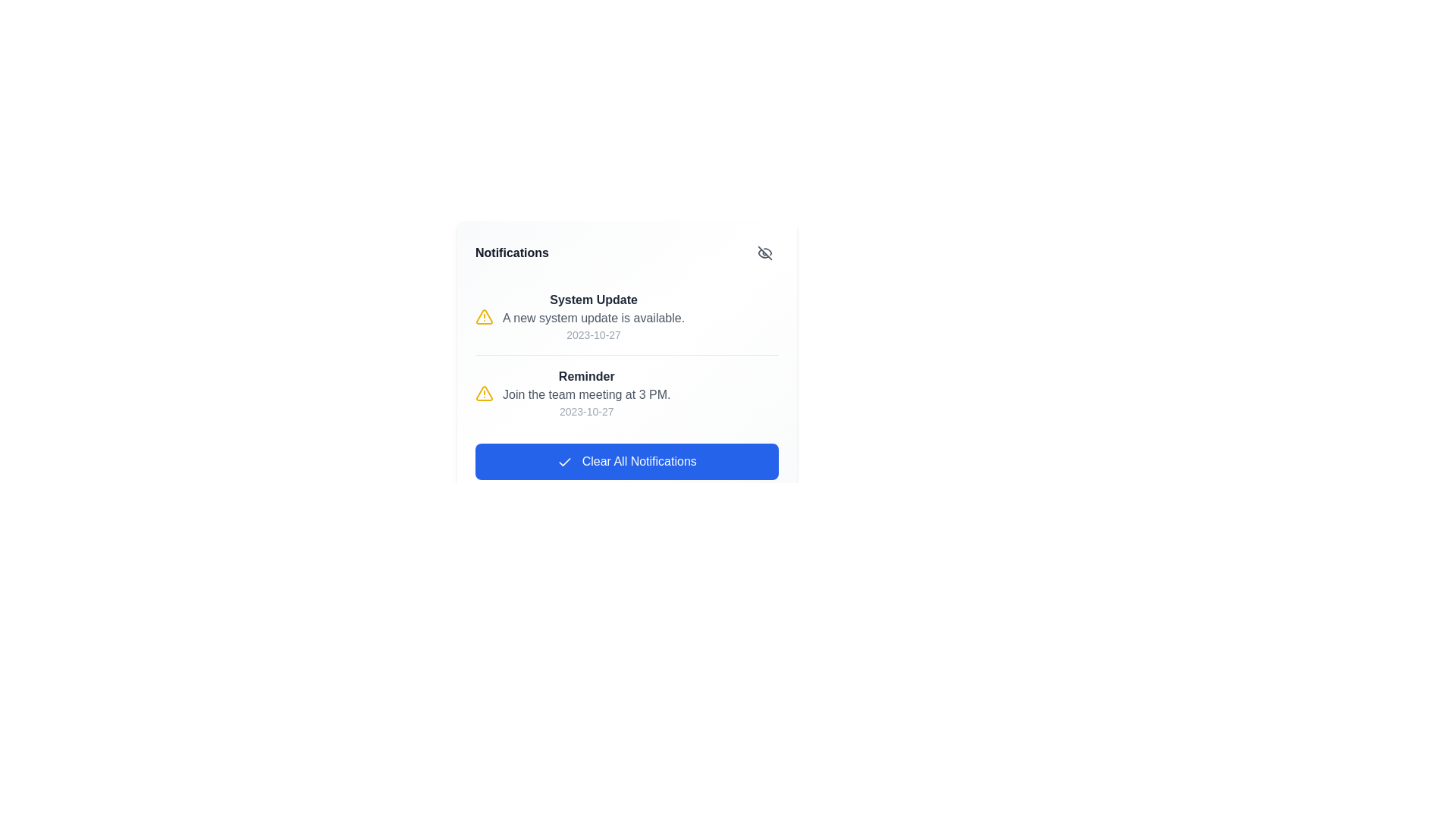 The width and height of the screenshot is (1456, 819). Describe the element at coordinates (626, 461) in the screenshot. I see `the rectangular button with a blue background and white text that reads 'Clear All Notifications'` at that location.